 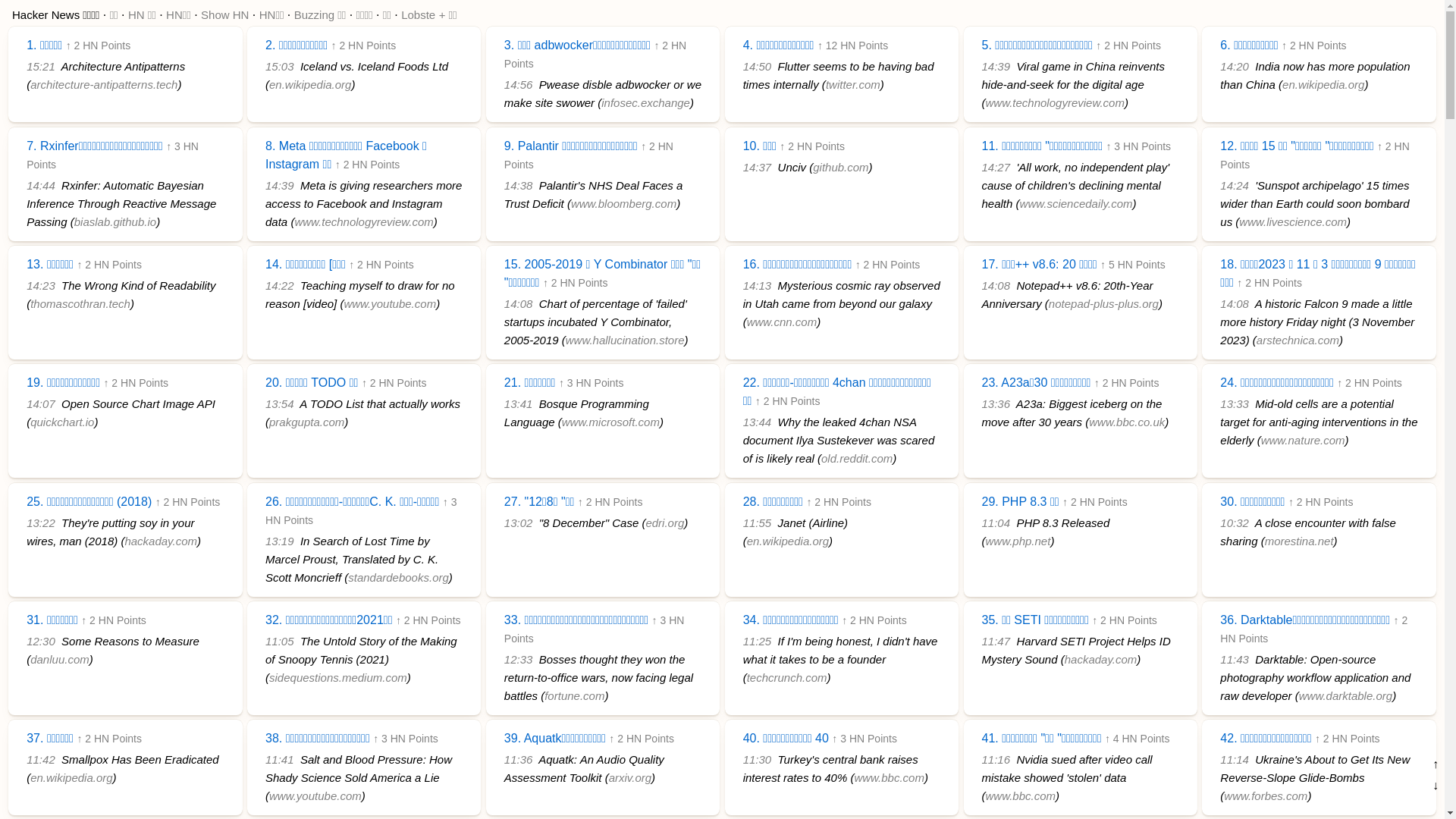 What do you see at coordinates (981, 522) in the screenshot?
I see `'11:04'` at bounding box center [981, 522].